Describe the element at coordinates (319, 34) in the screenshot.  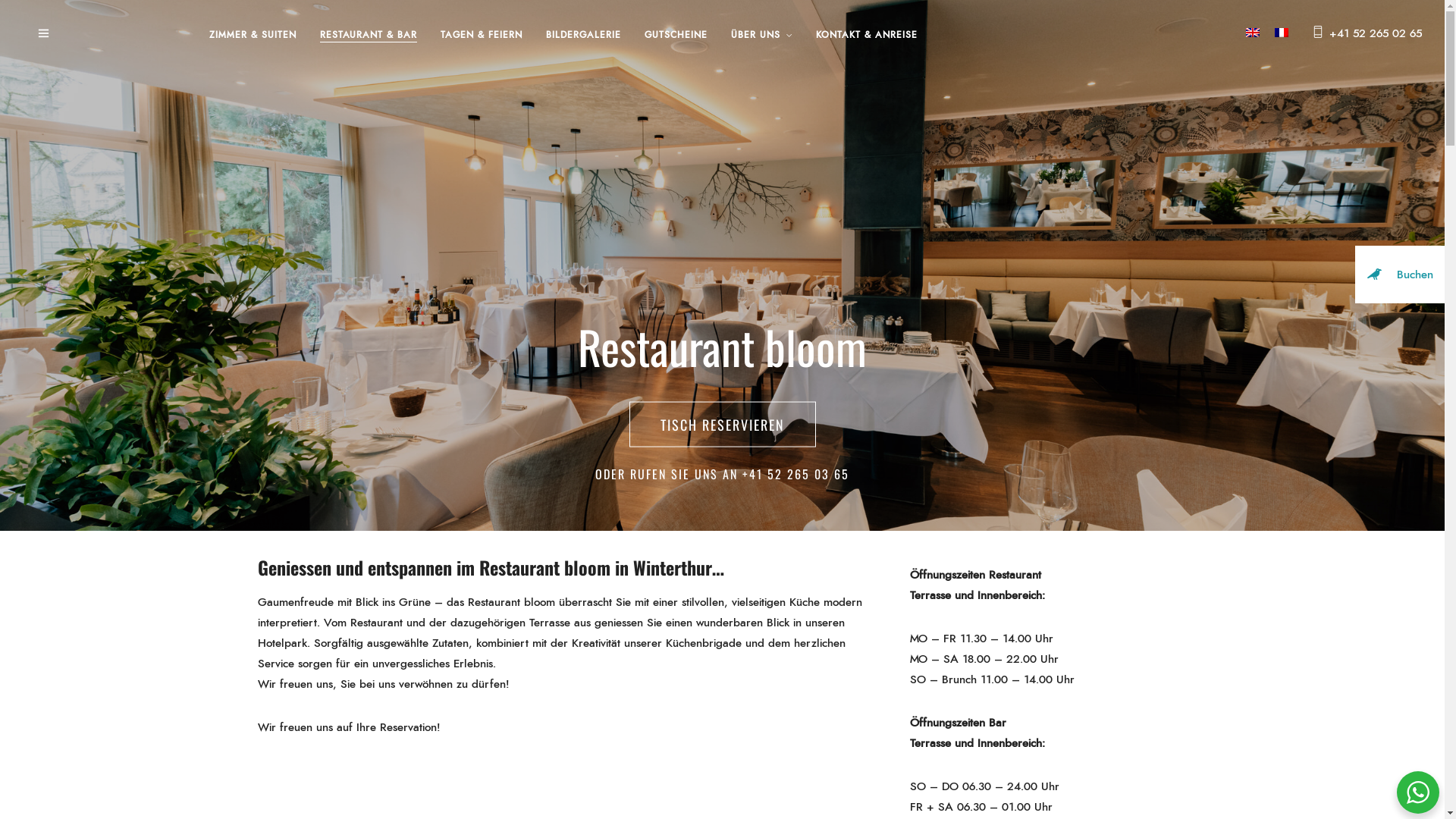
I see `'RESTAURANT & BAR'` at that location.